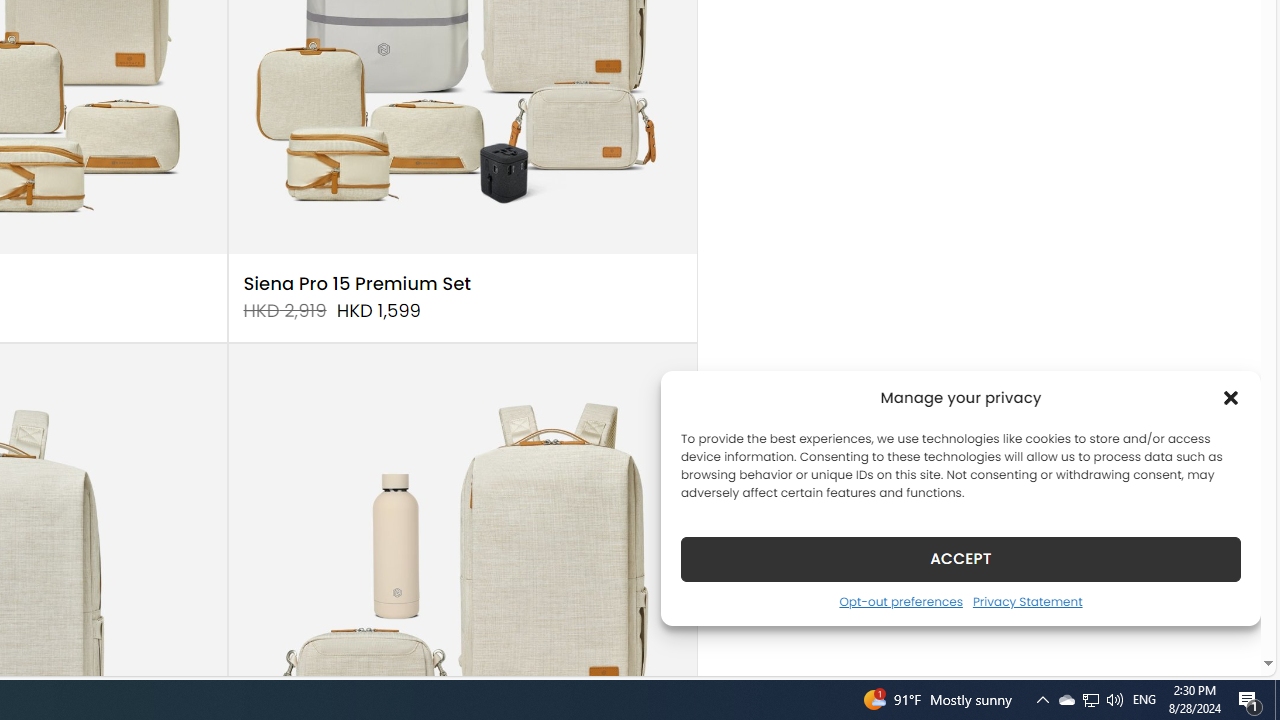 This screenshot has height=720, width=1280. I want to click on 'Opt-out preferences', so click(899, 600).